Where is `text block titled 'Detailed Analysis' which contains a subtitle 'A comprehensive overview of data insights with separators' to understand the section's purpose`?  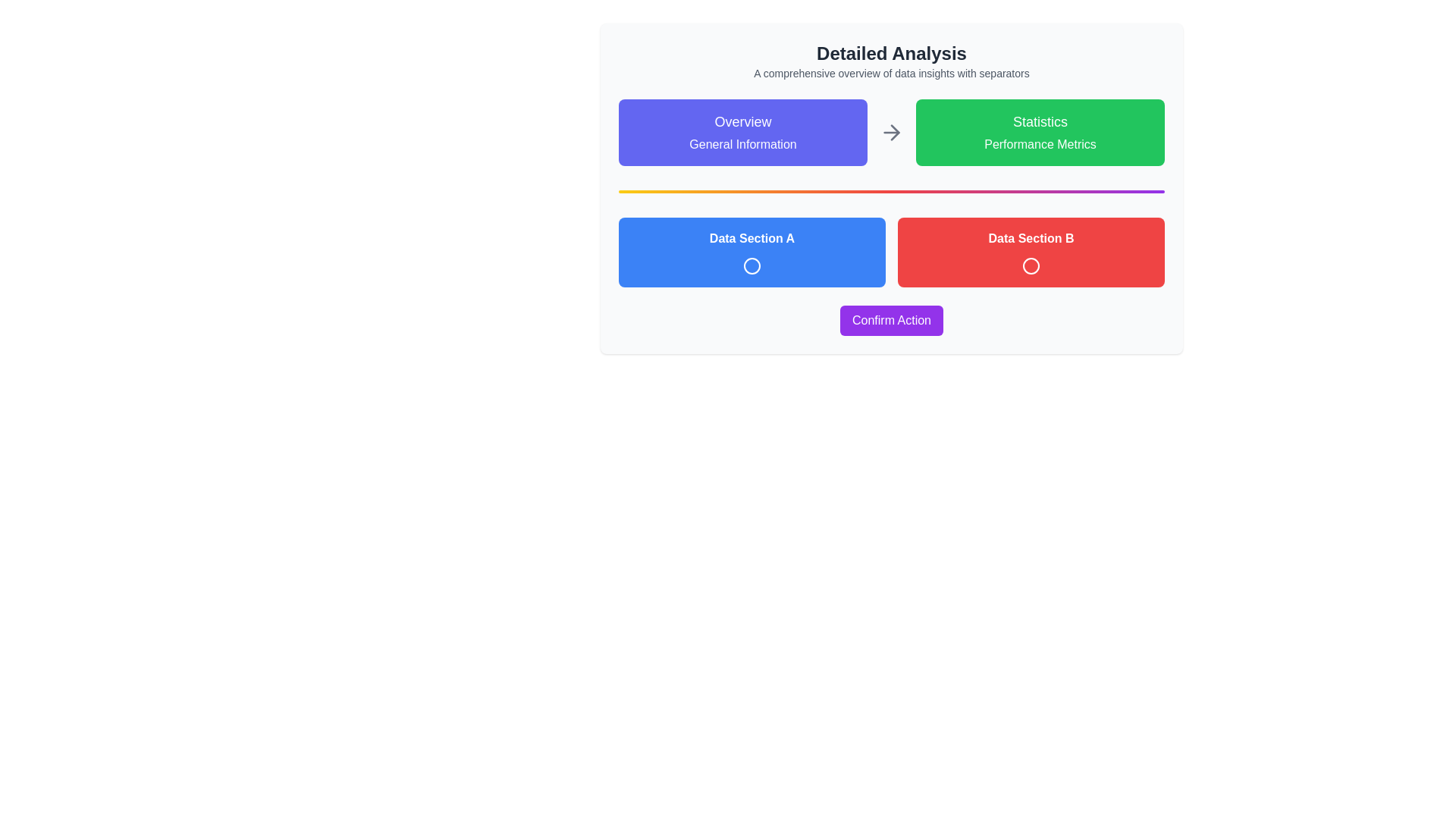
text block titled 'Detailed Analysis' which contains a subtitle 'A comprehensive overview of data insights with separators' to understand the section's purpose is located at coordinates (892, 61).